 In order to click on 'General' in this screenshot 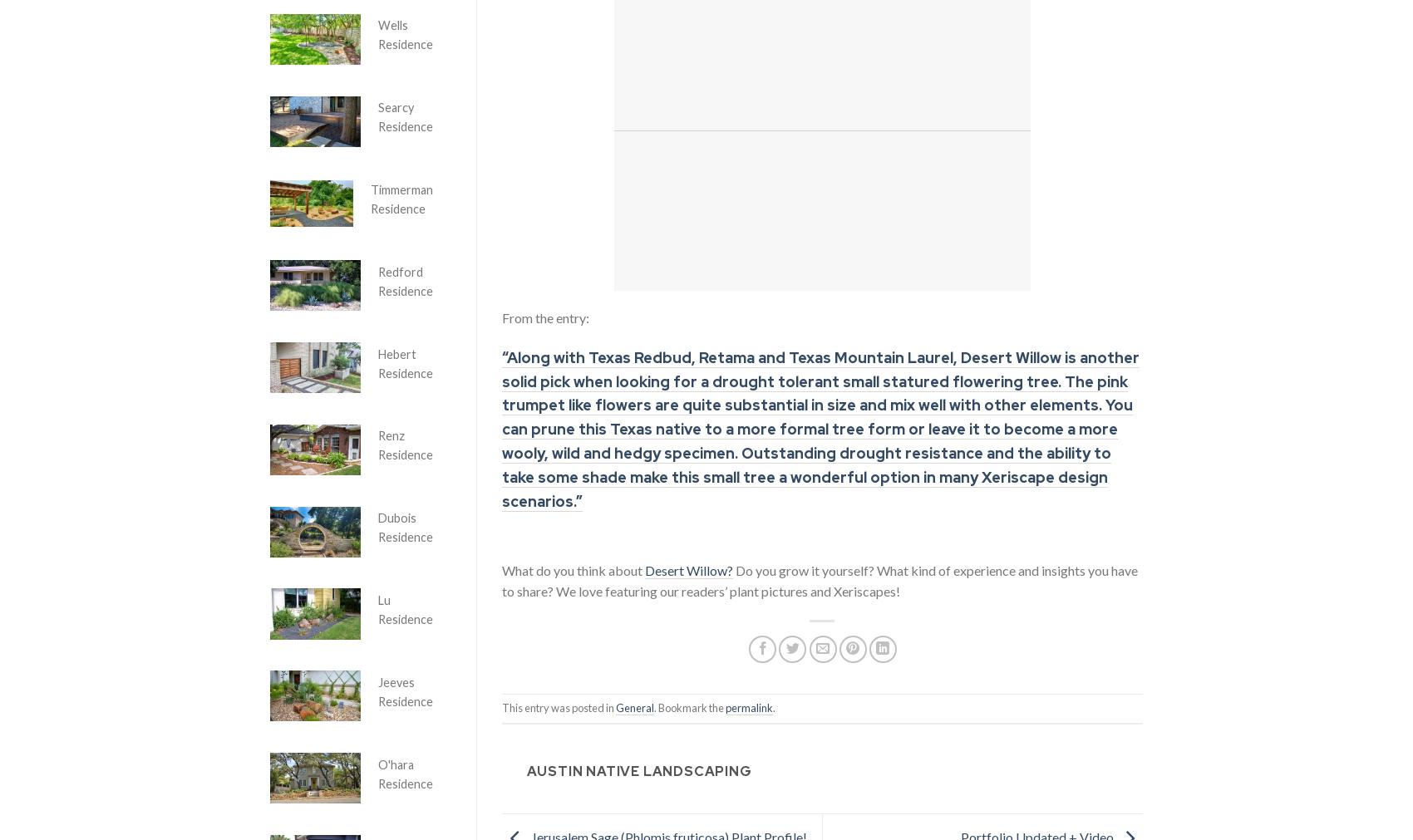, I will do `click(633, 707)`.